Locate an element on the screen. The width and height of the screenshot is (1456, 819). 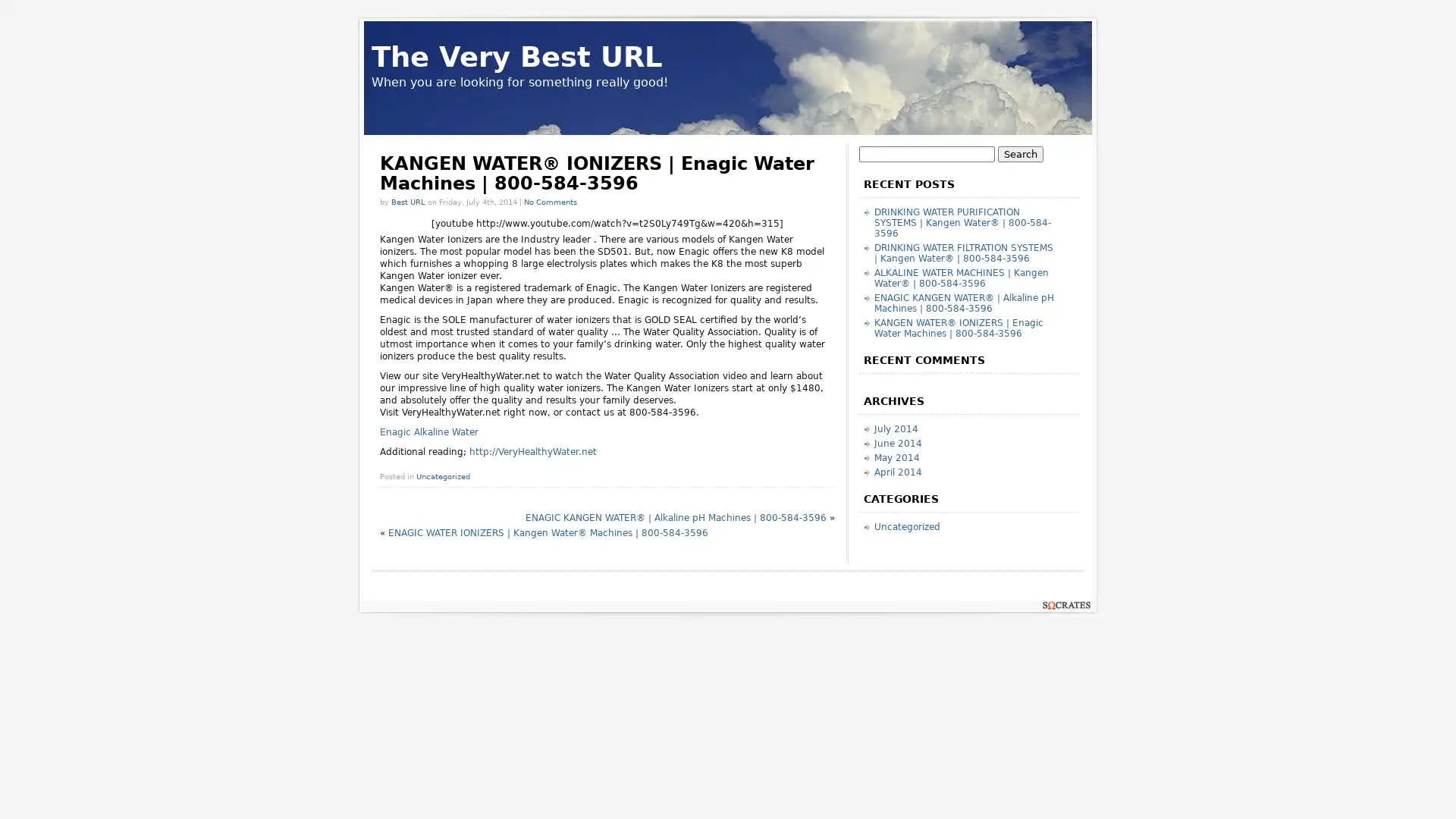
Search is located at coordinates (1020, 154).